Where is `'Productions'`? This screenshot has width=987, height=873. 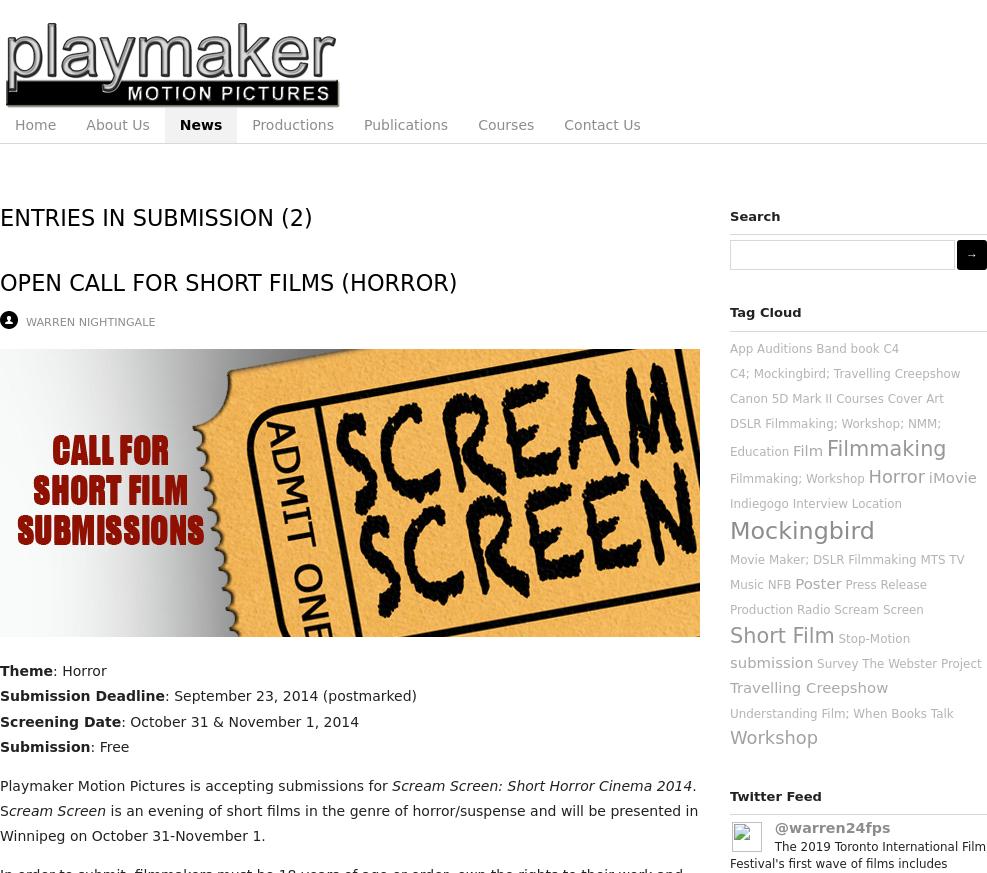
'Productions' is located at coordinates (251, 125).